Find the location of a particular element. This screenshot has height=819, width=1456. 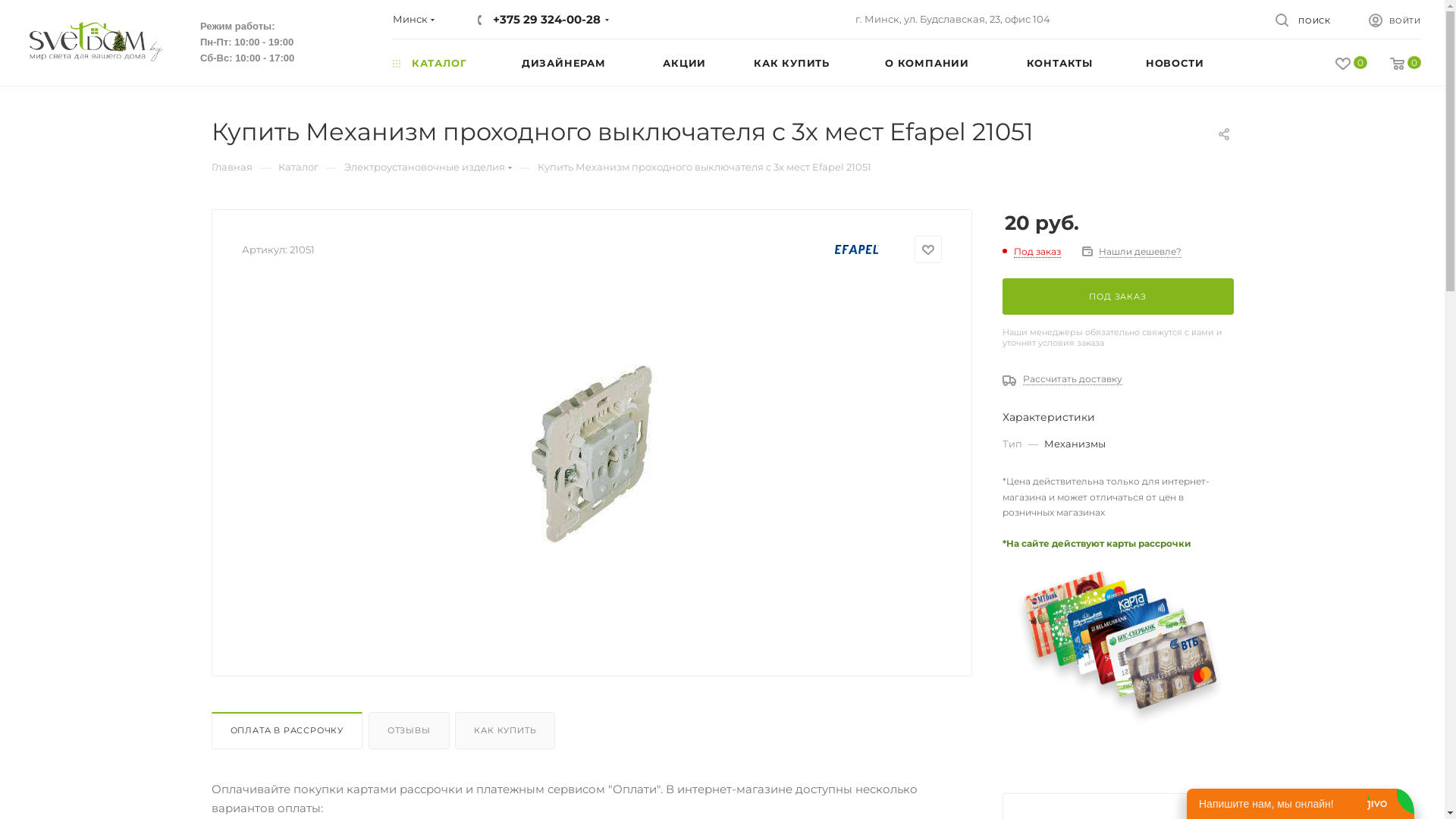

'Efapel' is located at coordinates (856, 248).